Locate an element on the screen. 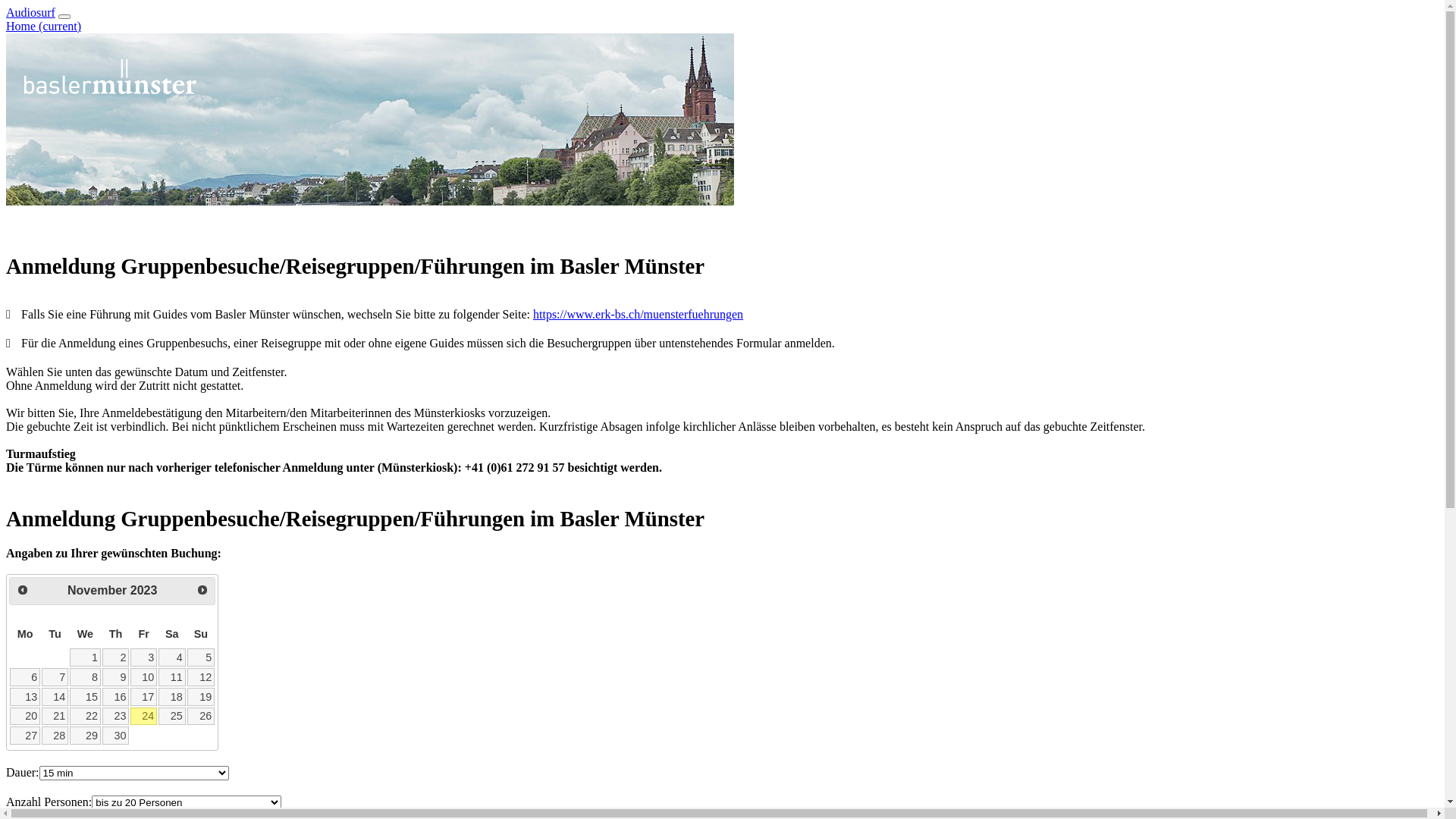 This screenshot has height=819, width=1456. '6' is located at coordinates (25, 676).